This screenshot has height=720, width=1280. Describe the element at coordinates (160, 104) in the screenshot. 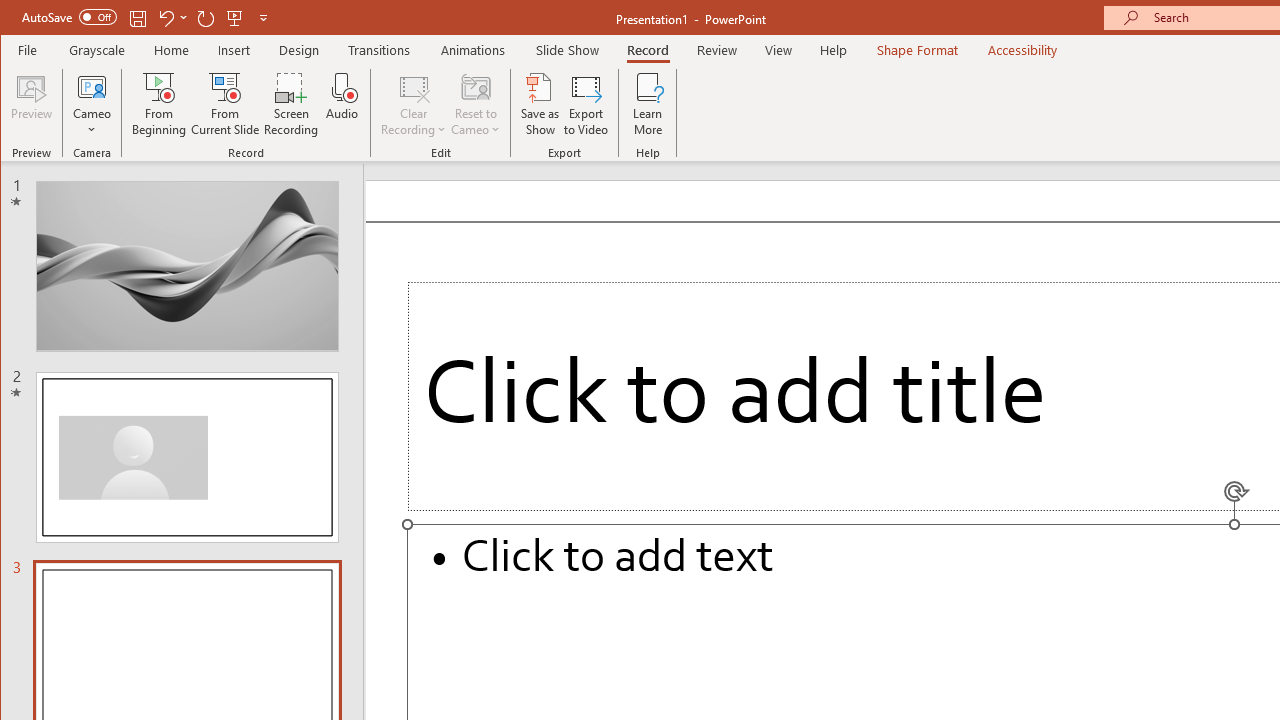

I see `'From Beginning...'` at that location.